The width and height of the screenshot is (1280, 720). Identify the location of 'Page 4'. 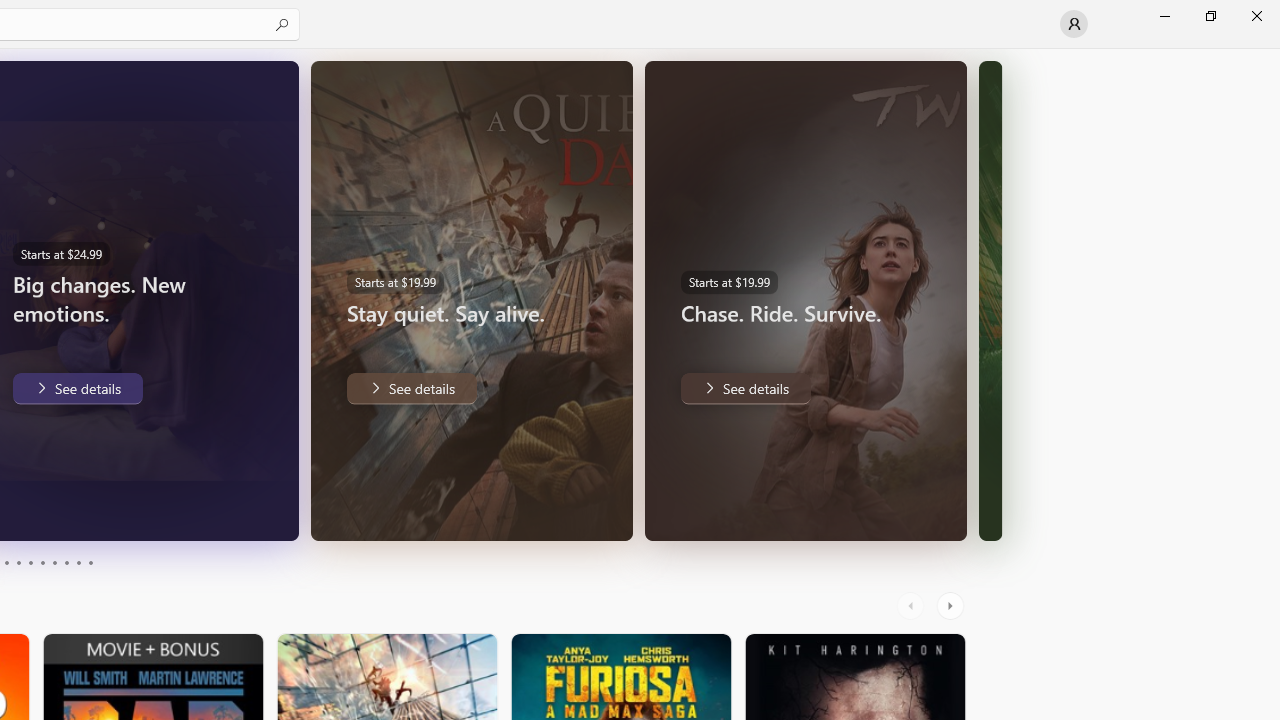
(17, 563).